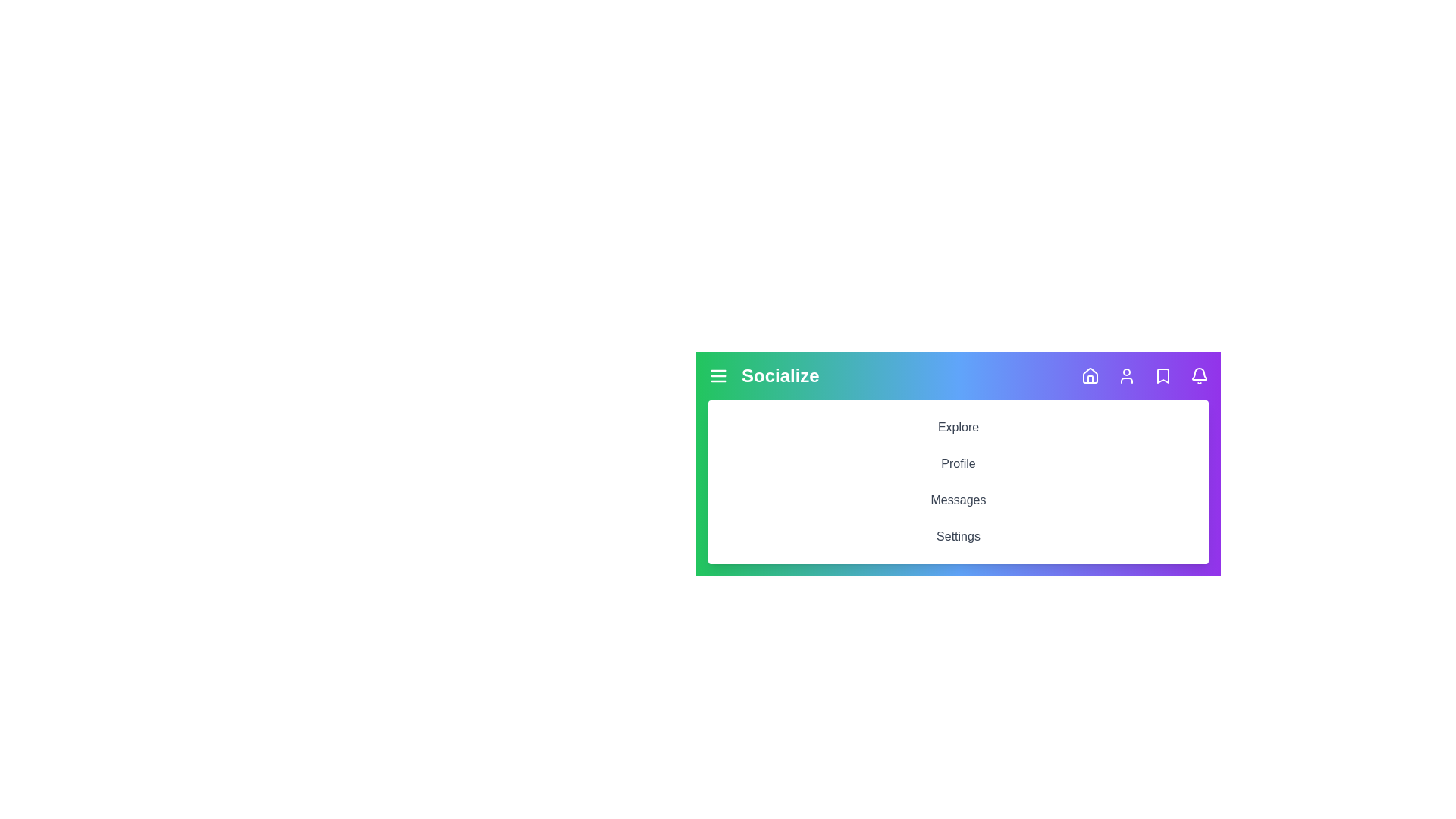  I want to click on the menu icon to toggle the menu visibility, so click(718, 375).